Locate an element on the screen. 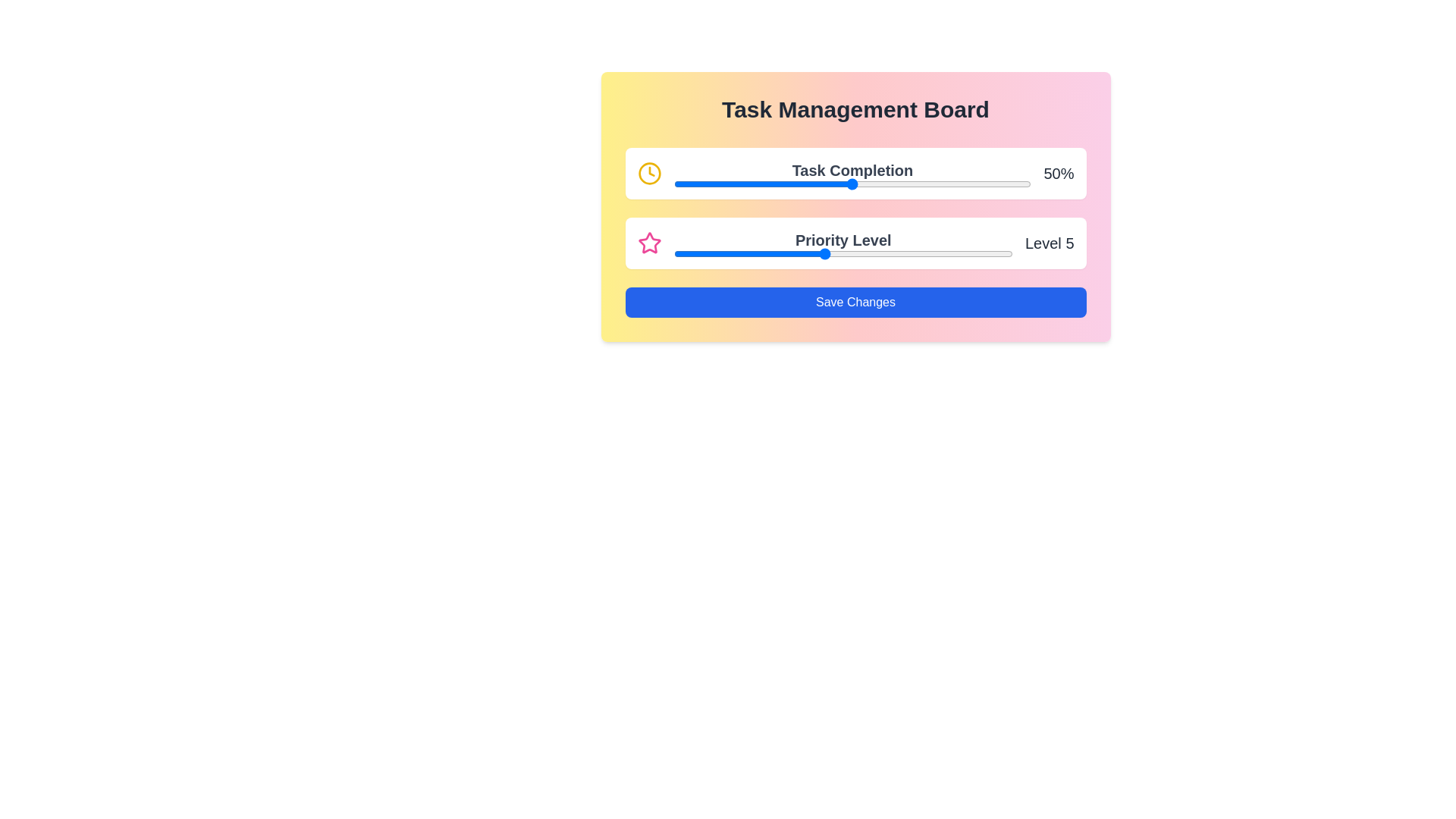  the priority level is located at coordinates (937, 253).